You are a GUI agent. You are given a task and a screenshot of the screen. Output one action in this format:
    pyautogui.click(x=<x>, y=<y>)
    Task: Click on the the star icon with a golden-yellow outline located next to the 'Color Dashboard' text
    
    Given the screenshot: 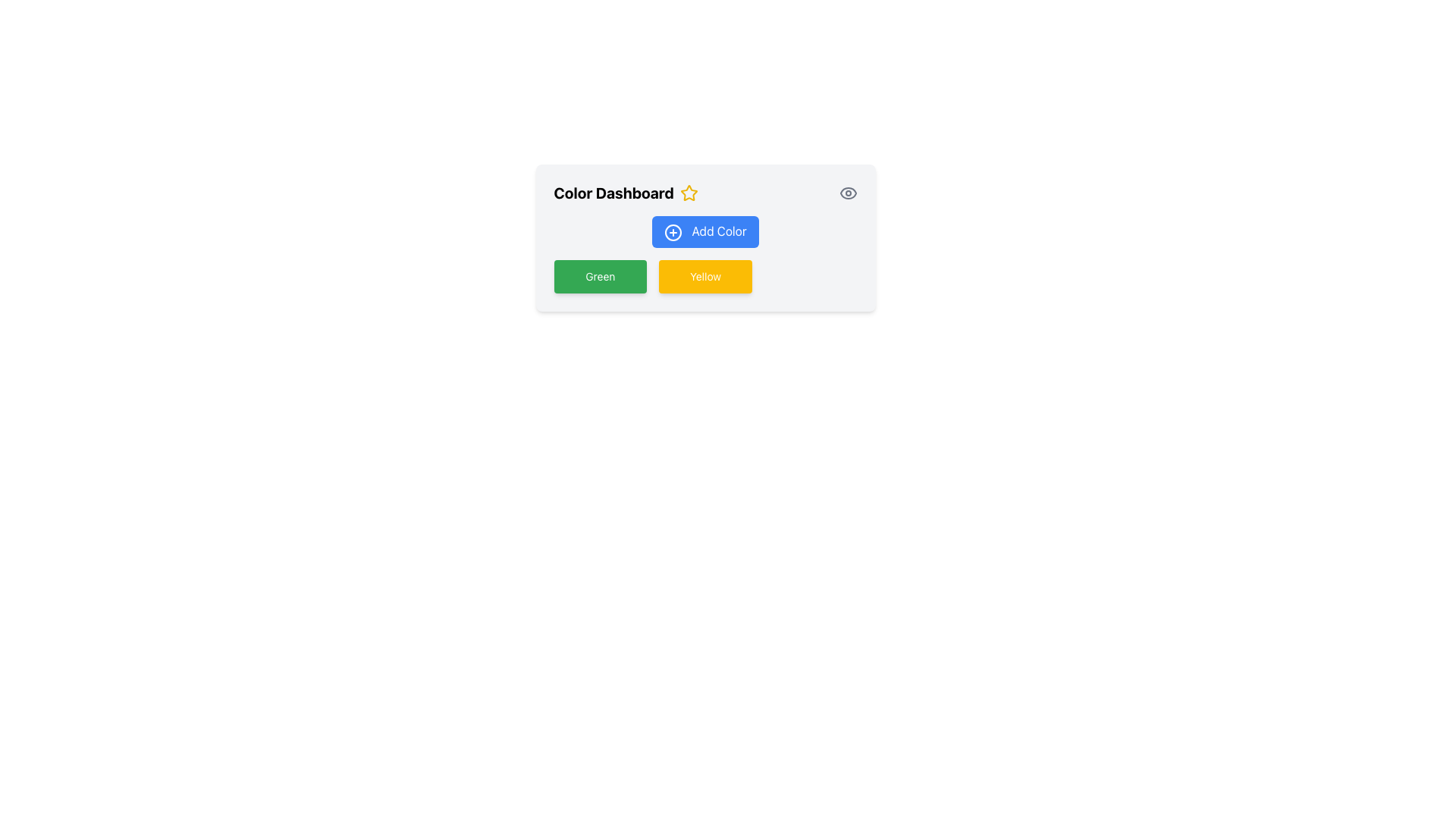 What is the action you would take?
    pyautogui.click(x=688, y=192)
    